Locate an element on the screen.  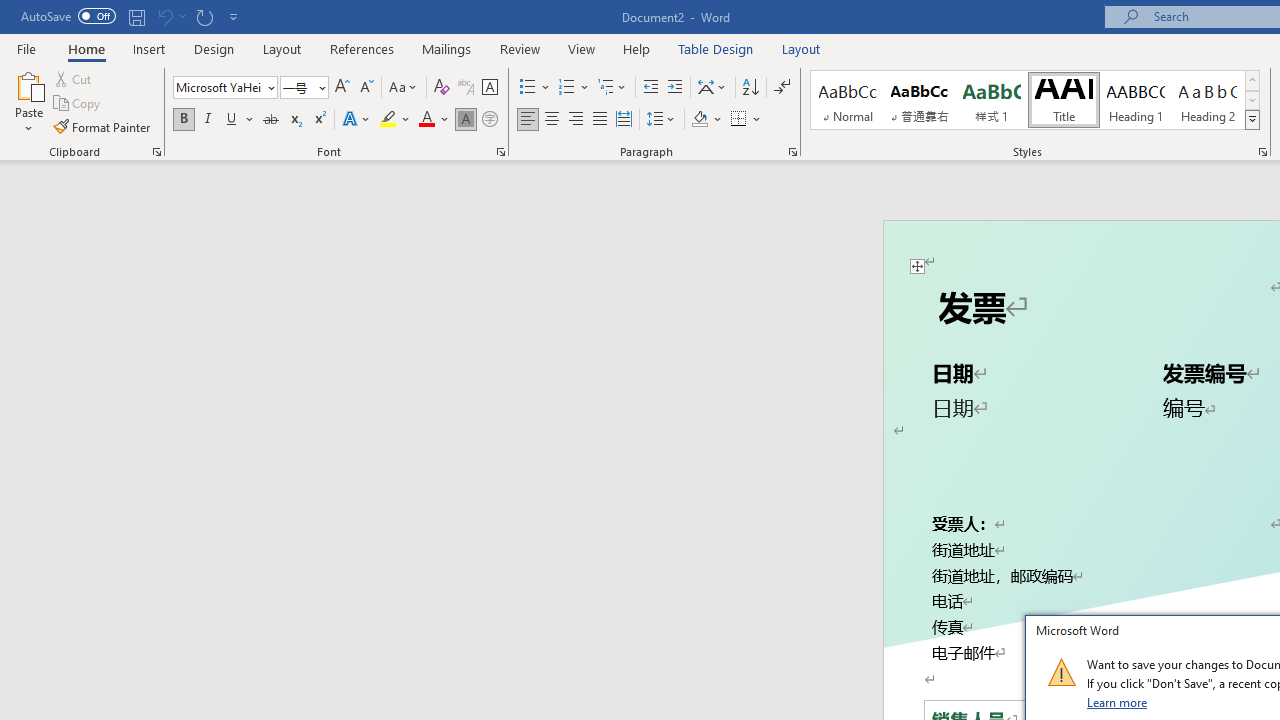
'Title' is located at coordinates (1062, 100).